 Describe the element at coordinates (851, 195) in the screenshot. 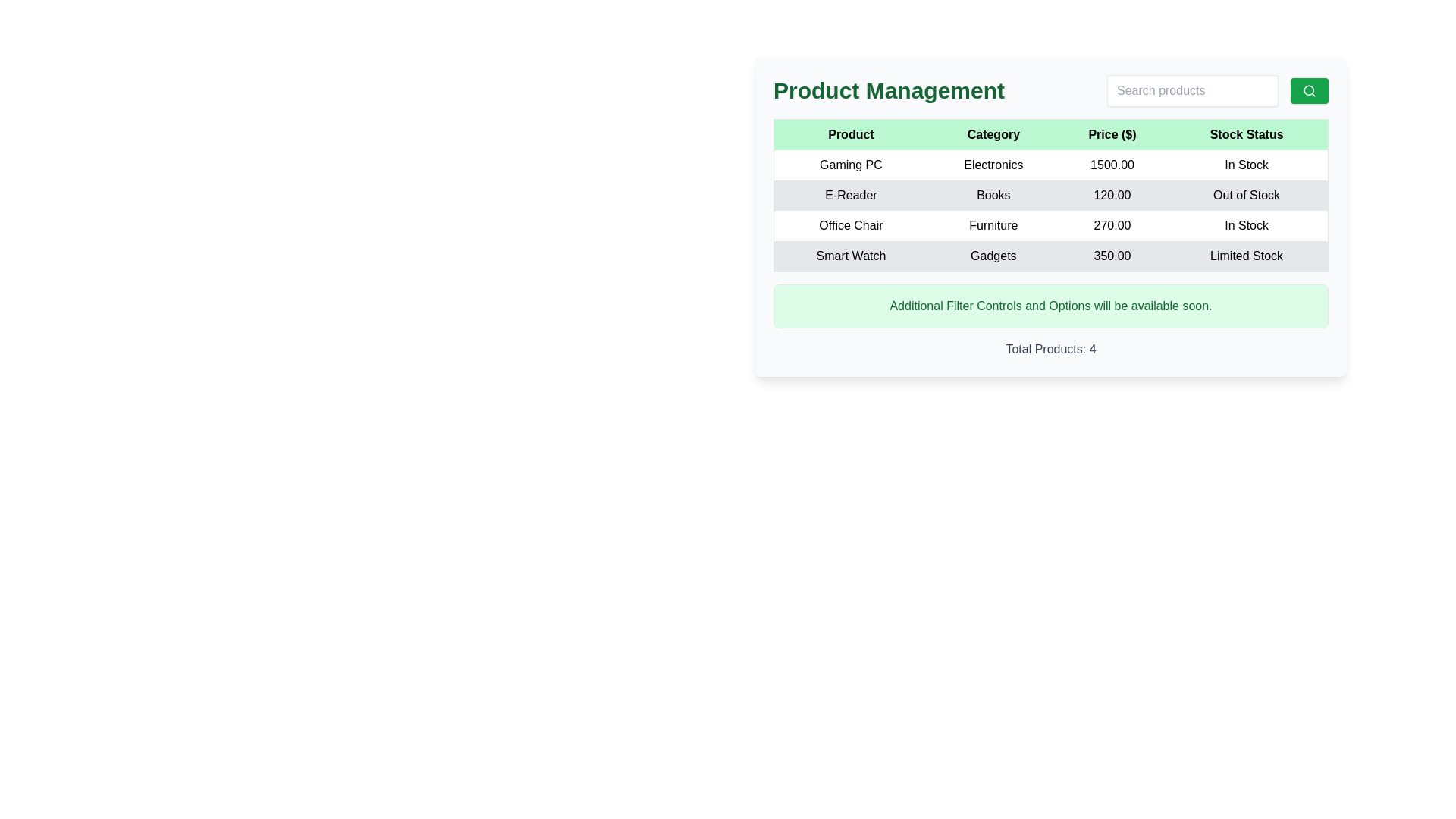

I see `the static textual label that indicates 'E-Reader', located in the first cell of the second row under the 'Product' column` at that location.